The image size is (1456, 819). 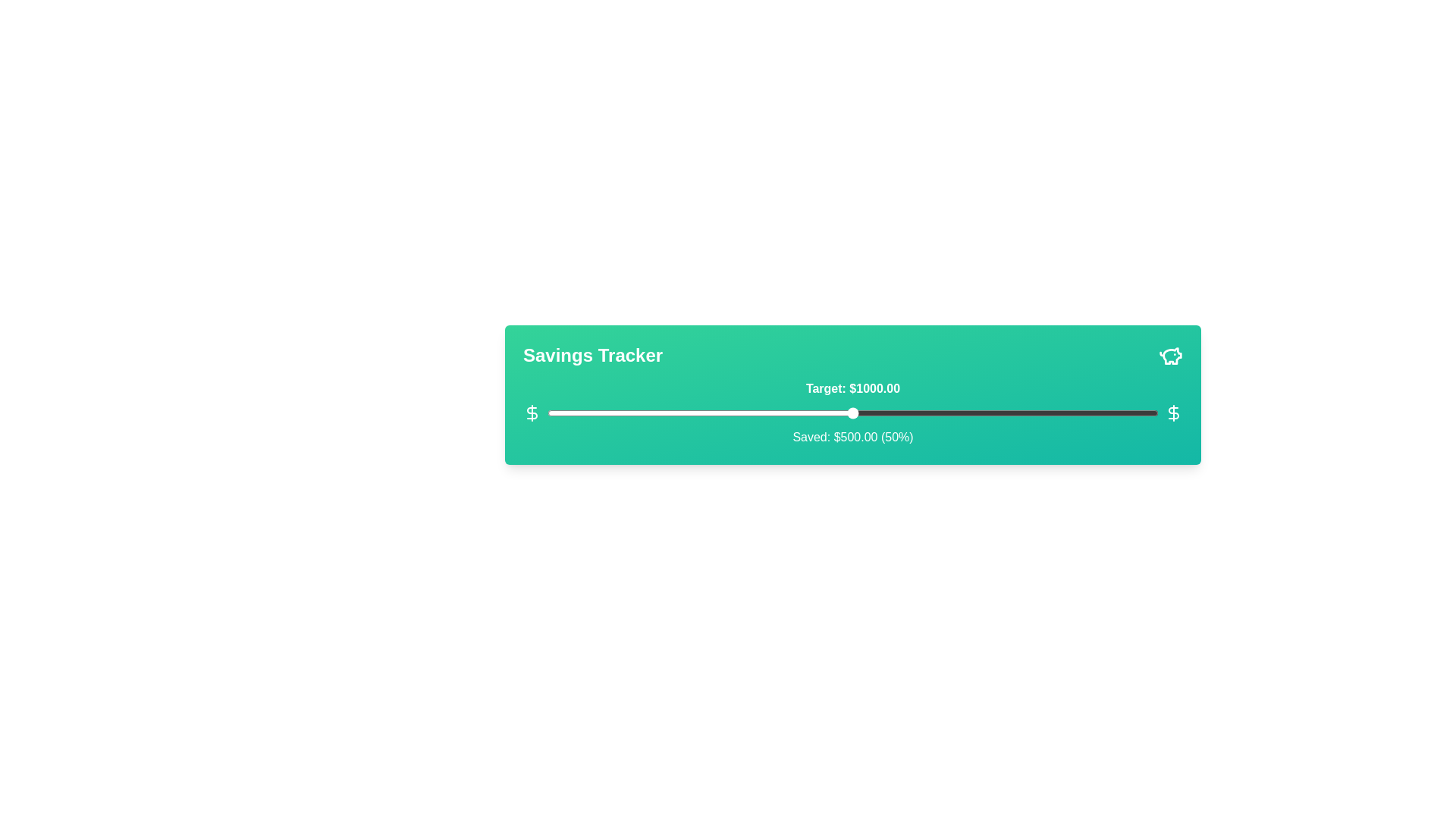 What do you see at coordinates (1173, 413) in the screenshot?
I see `the financial icon located in the bottom-right corner of the green interface panel, which serves as a visual indicator for monetary transactions` at bounding box center [1173, 413].